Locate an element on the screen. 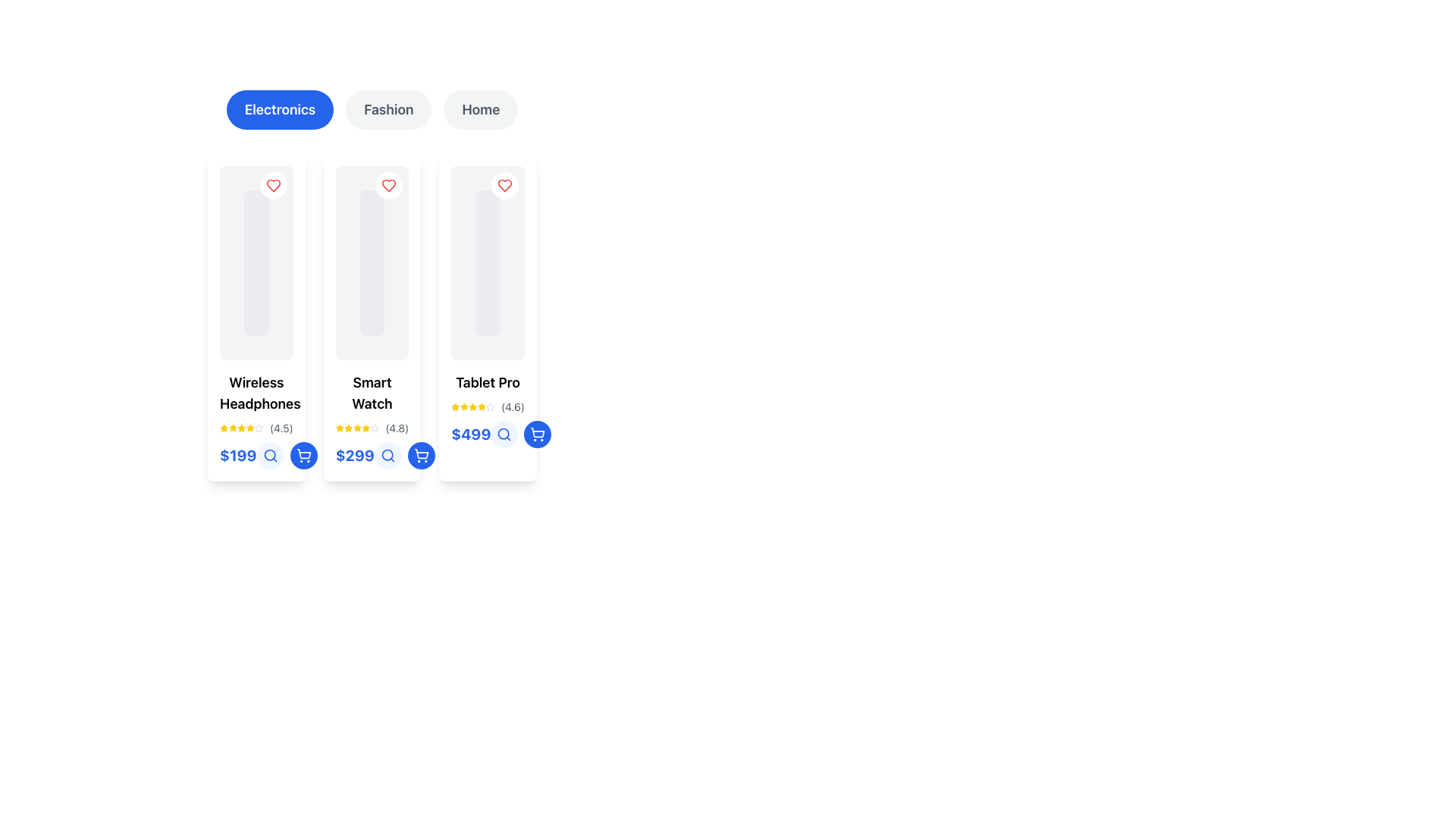 Image resolution: width=1456 pixels, height=819 pixels. the fourth star-shaped icon with a yellow fill in the rating system for the 'Tablet Pro' product, located directly below the product name and above the price is located at coordinates (472, 406).